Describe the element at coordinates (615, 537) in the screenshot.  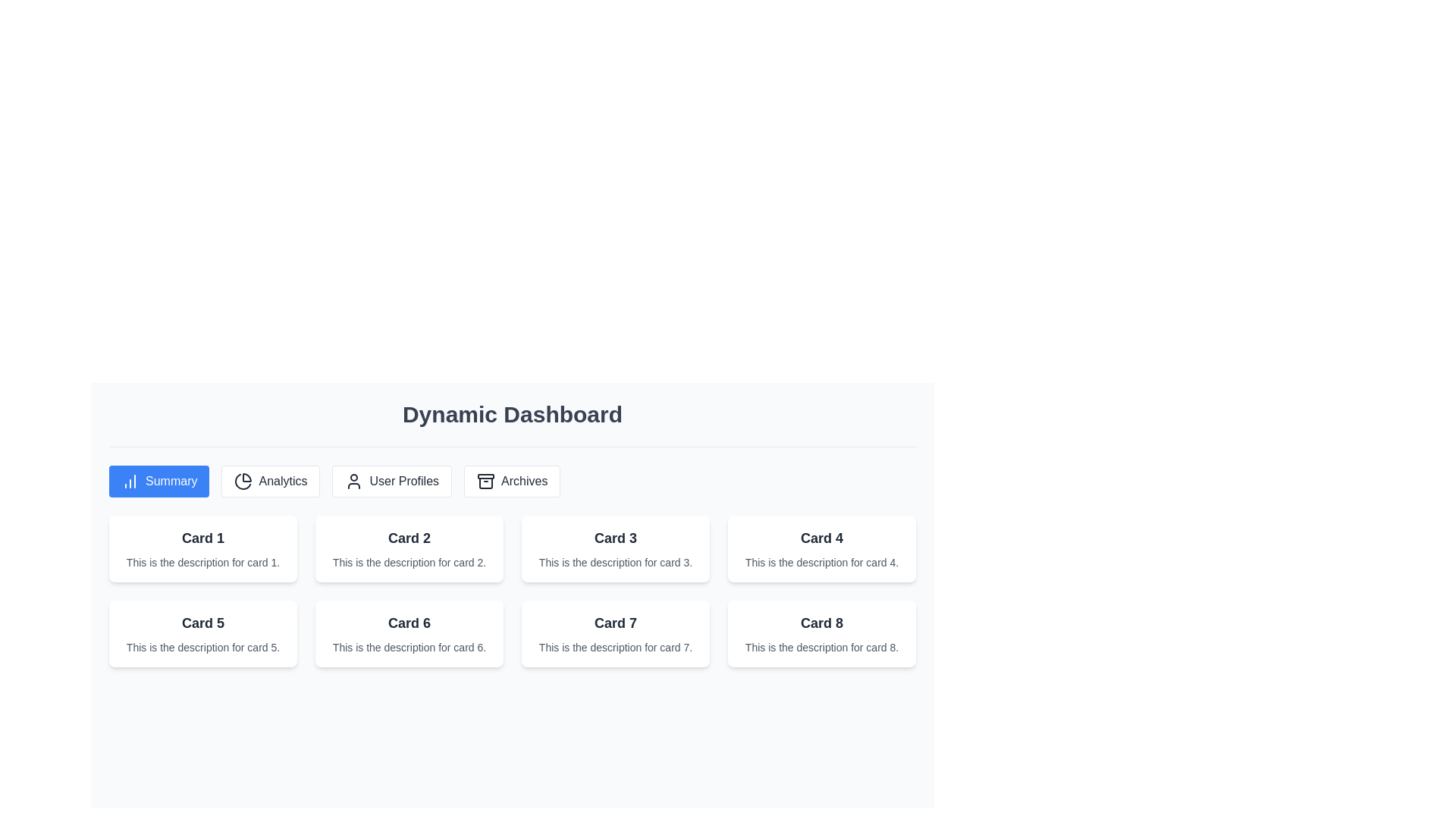
I see `text of the bold label displaying 'Card 3', located in the first row and third column of the grid layout` at that location.